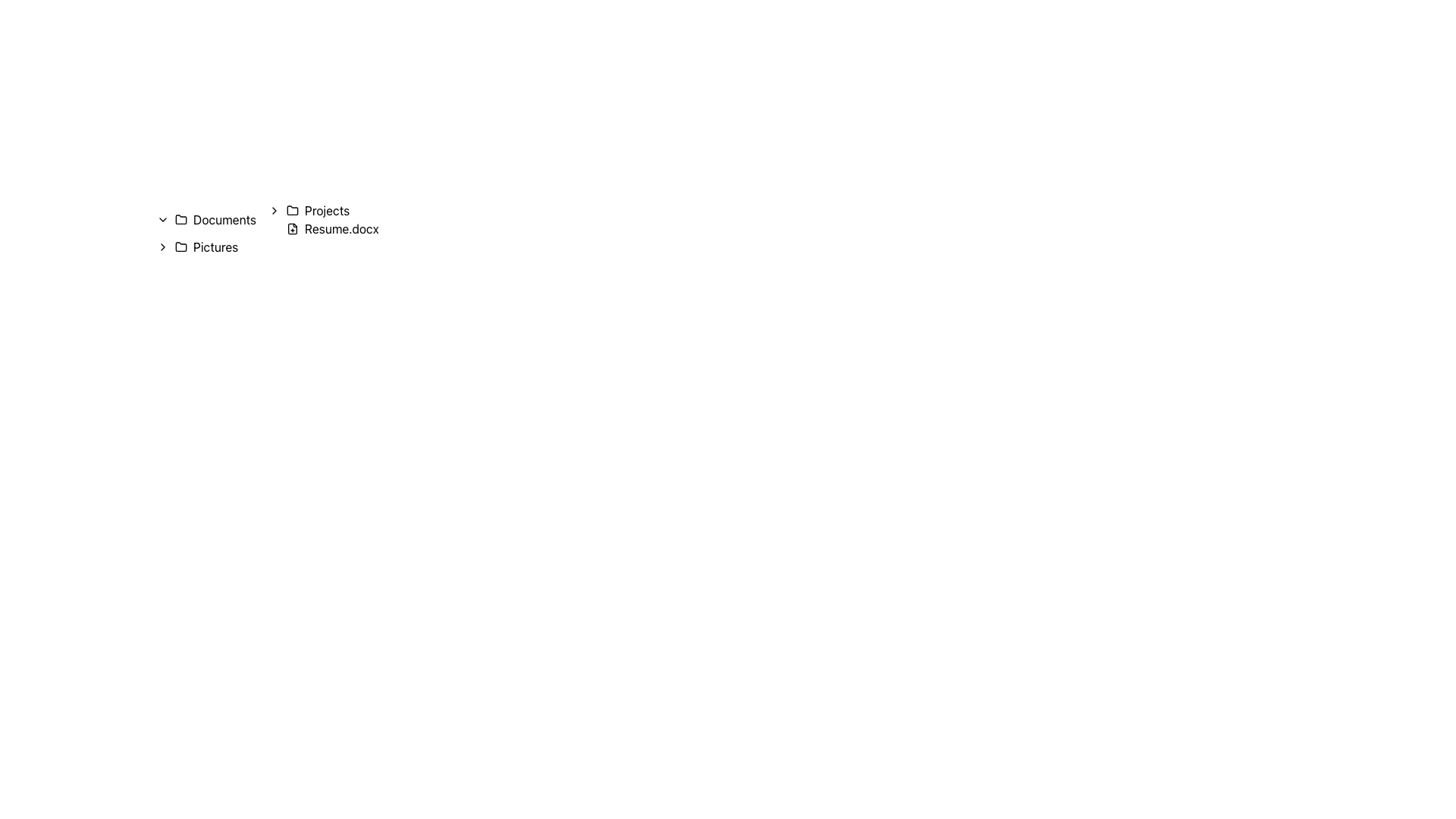  Describe the element at coordinates (163, 246) in the screenshot. I see `the icon located to the left of the text 'Pictures'` at that location.